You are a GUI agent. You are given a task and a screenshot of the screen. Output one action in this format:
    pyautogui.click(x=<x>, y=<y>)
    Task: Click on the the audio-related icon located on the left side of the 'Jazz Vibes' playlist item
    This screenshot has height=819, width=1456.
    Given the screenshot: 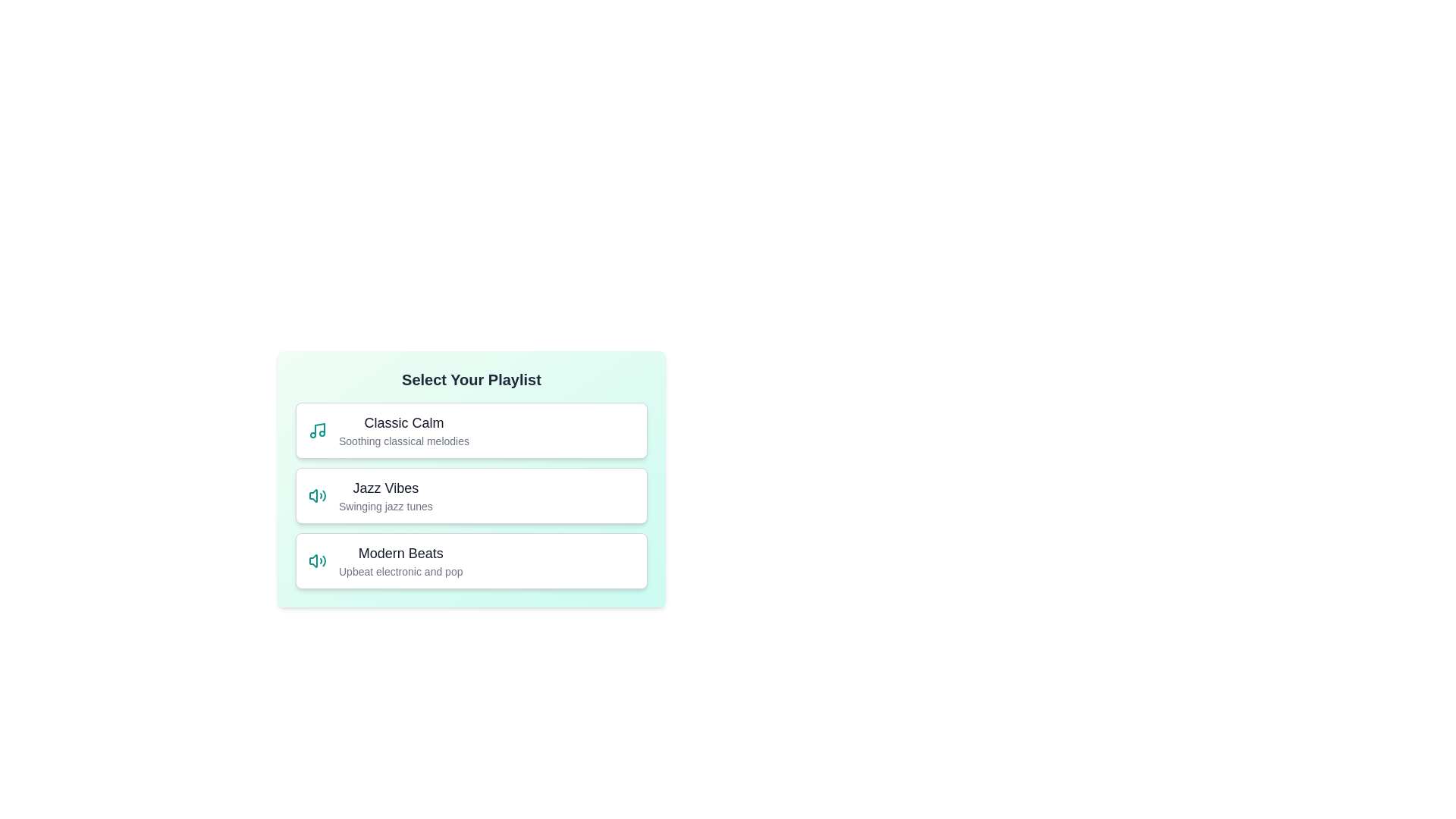 What is the action you would take?
    pyautogui.click(x=316, y=496)
    